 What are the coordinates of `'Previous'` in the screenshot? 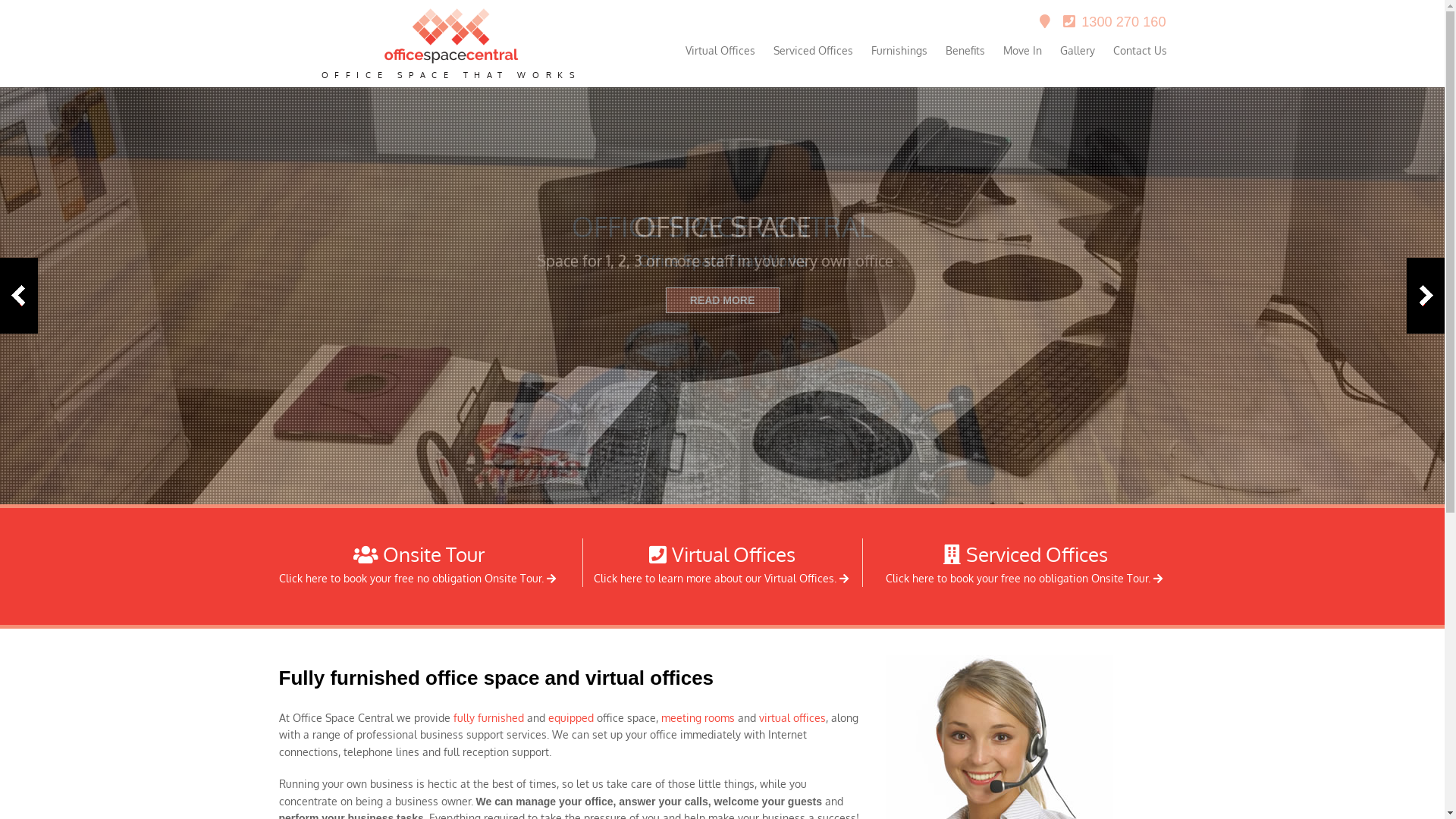 It's located at (18, 295).